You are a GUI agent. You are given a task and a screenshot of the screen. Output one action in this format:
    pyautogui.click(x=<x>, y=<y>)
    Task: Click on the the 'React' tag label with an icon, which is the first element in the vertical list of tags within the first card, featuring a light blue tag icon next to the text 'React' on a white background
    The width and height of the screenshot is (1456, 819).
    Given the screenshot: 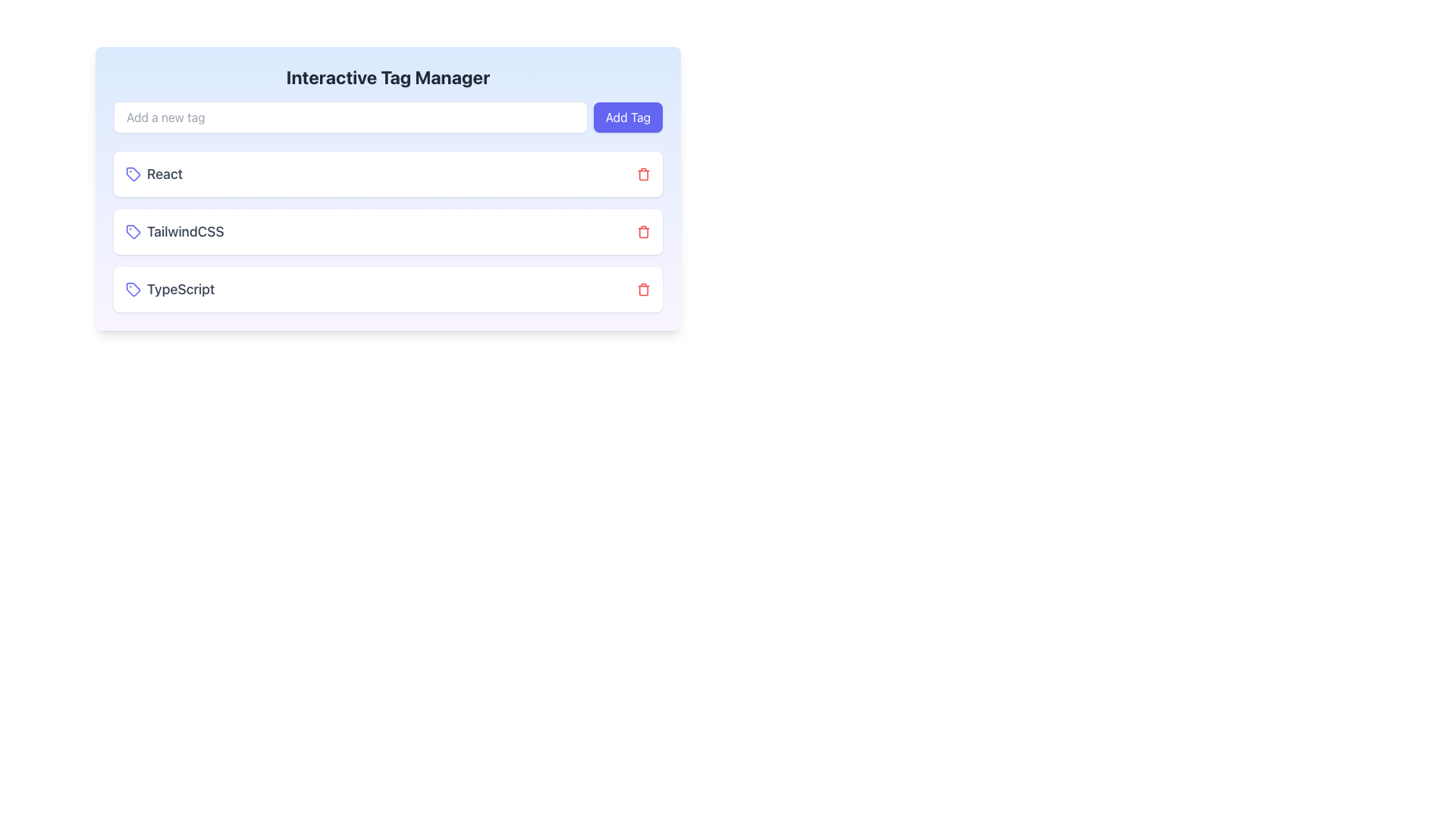 What is the action you would take?
    pyautogui.click(x=154, y=174)
    